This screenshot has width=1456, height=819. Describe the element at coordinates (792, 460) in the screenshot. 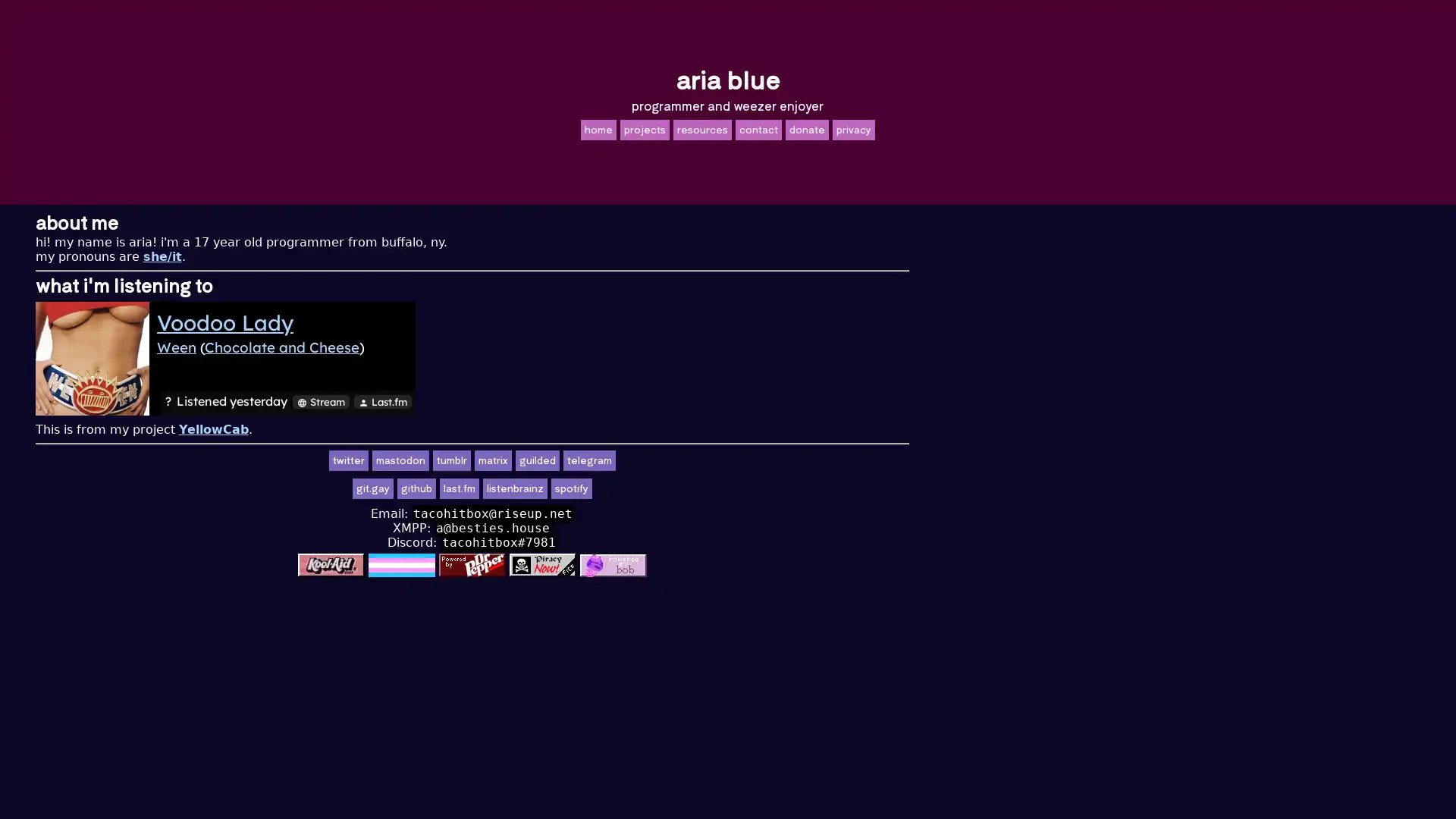

I see `guilded` at that location.